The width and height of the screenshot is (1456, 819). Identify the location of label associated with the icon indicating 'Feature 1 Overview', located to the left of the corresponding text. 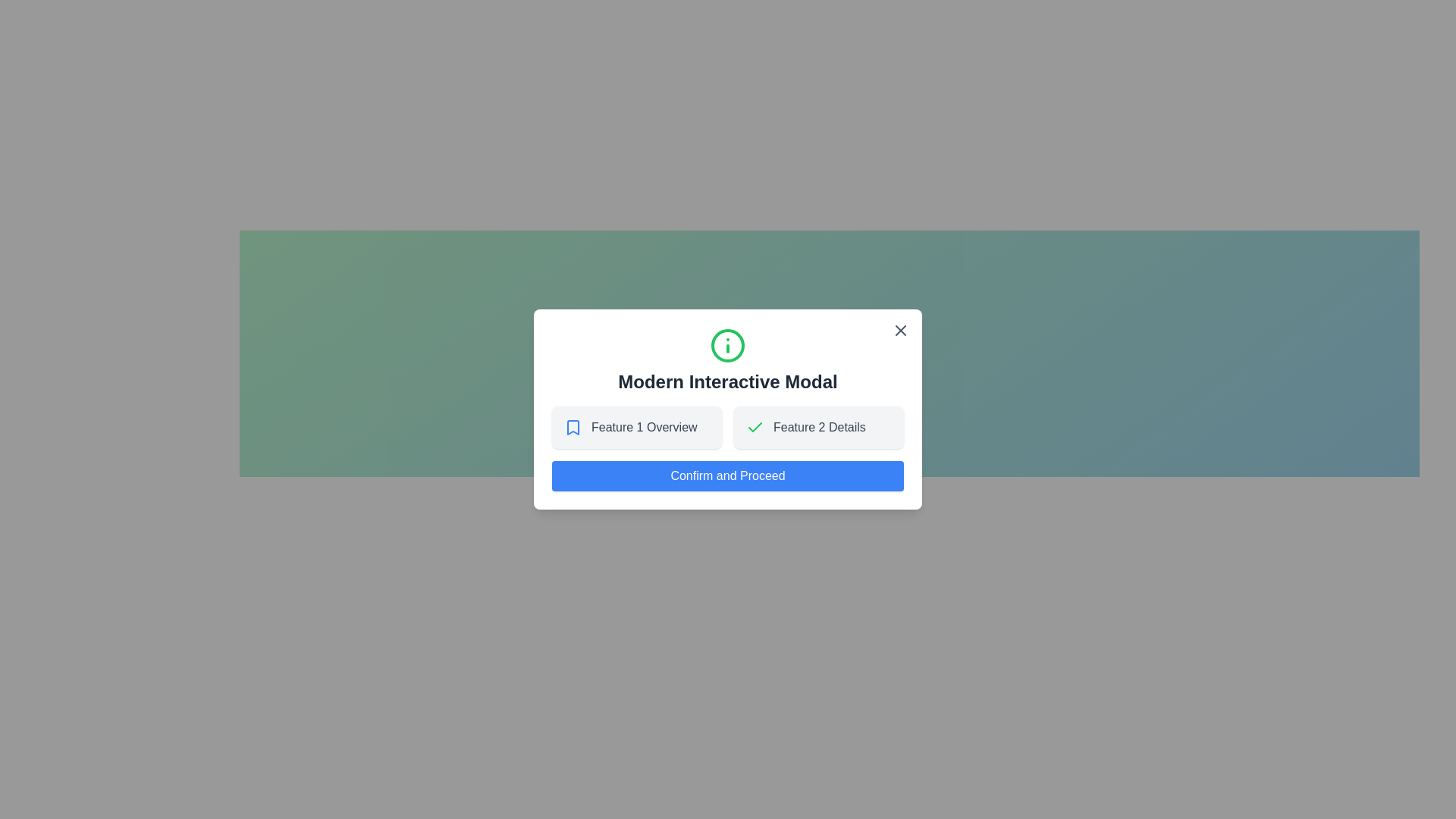
(572, 427).